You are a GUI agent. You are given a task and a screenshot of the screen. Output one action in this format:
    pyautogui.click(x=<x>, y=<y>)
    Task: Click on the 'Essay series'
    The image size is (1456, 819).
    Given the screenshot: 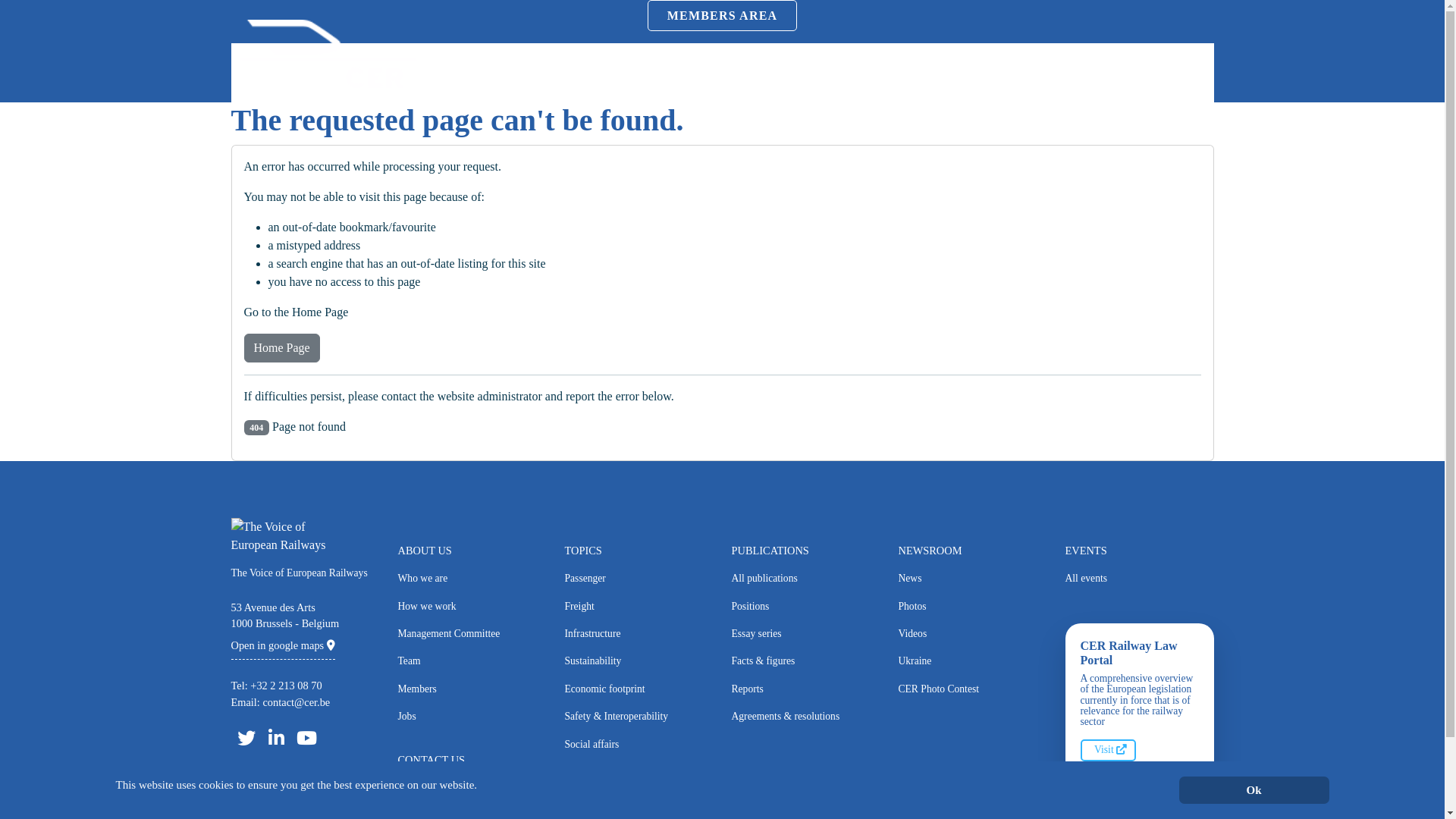 What is the action you would take?
    pyautogui.click(x=804, y=634)
    